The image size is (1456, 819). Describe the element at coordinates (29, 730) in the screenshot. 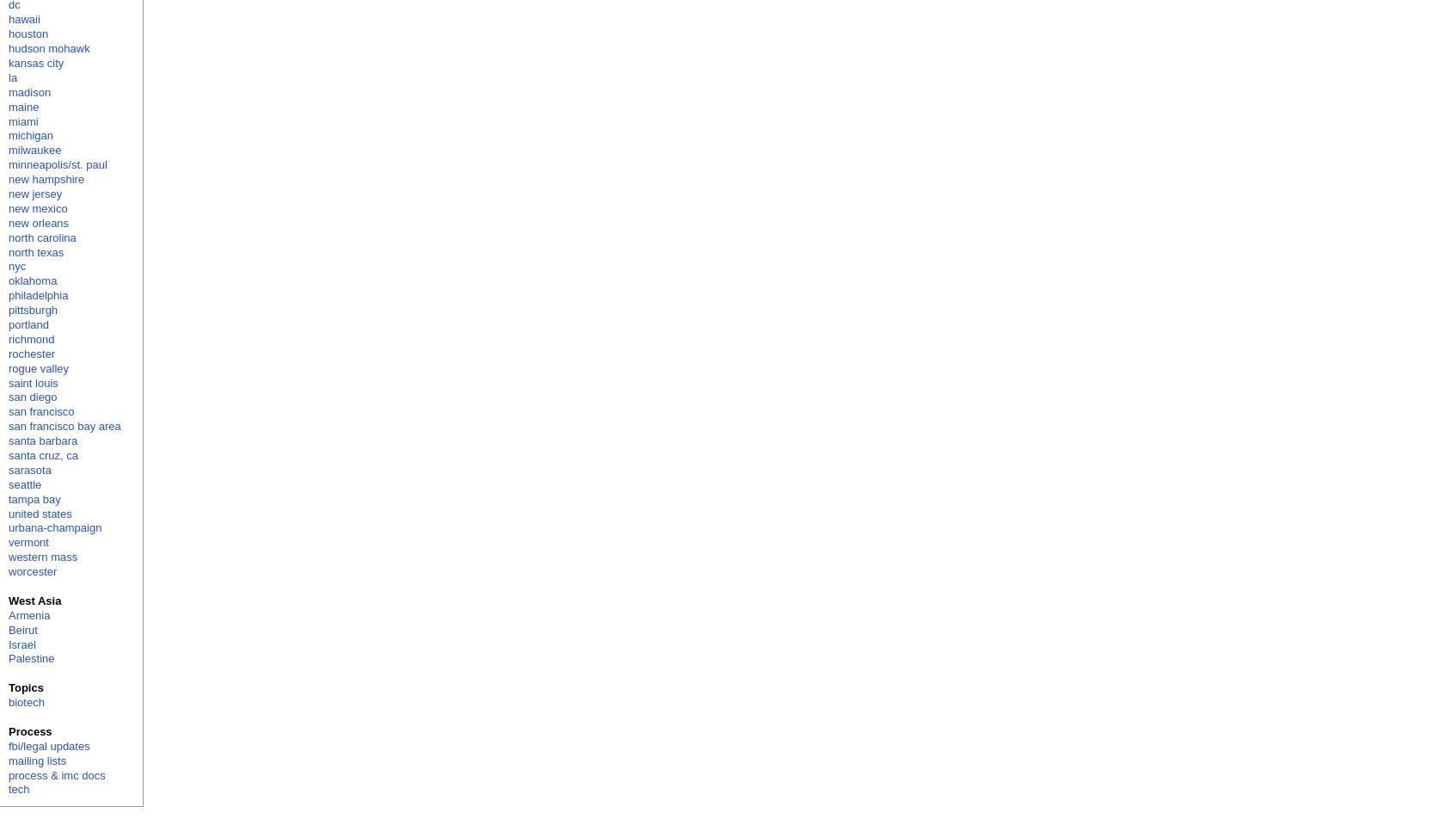

I see `'Process'` at that location.